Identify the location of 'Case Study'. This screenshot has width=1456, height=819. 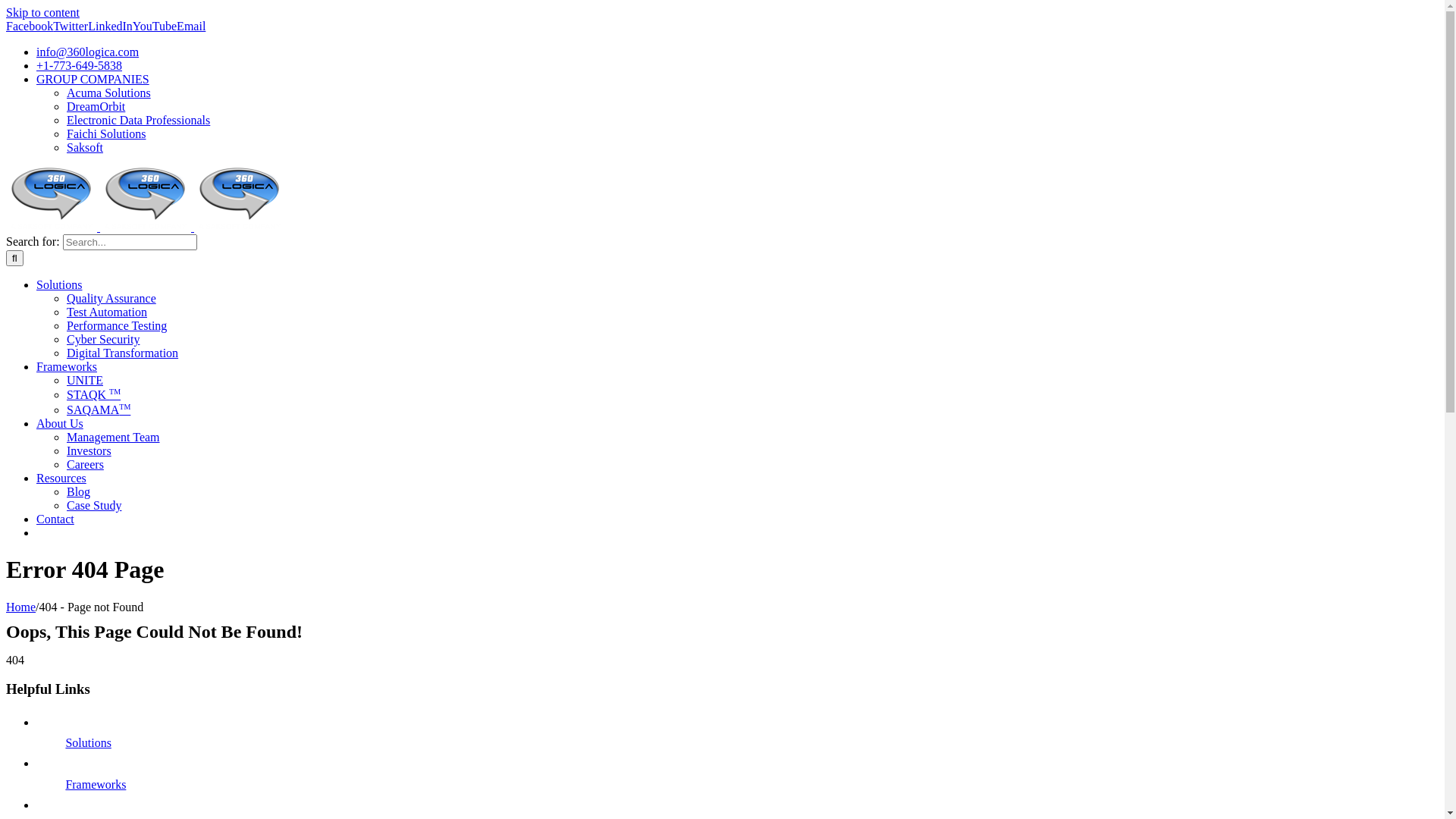
(93, 505).